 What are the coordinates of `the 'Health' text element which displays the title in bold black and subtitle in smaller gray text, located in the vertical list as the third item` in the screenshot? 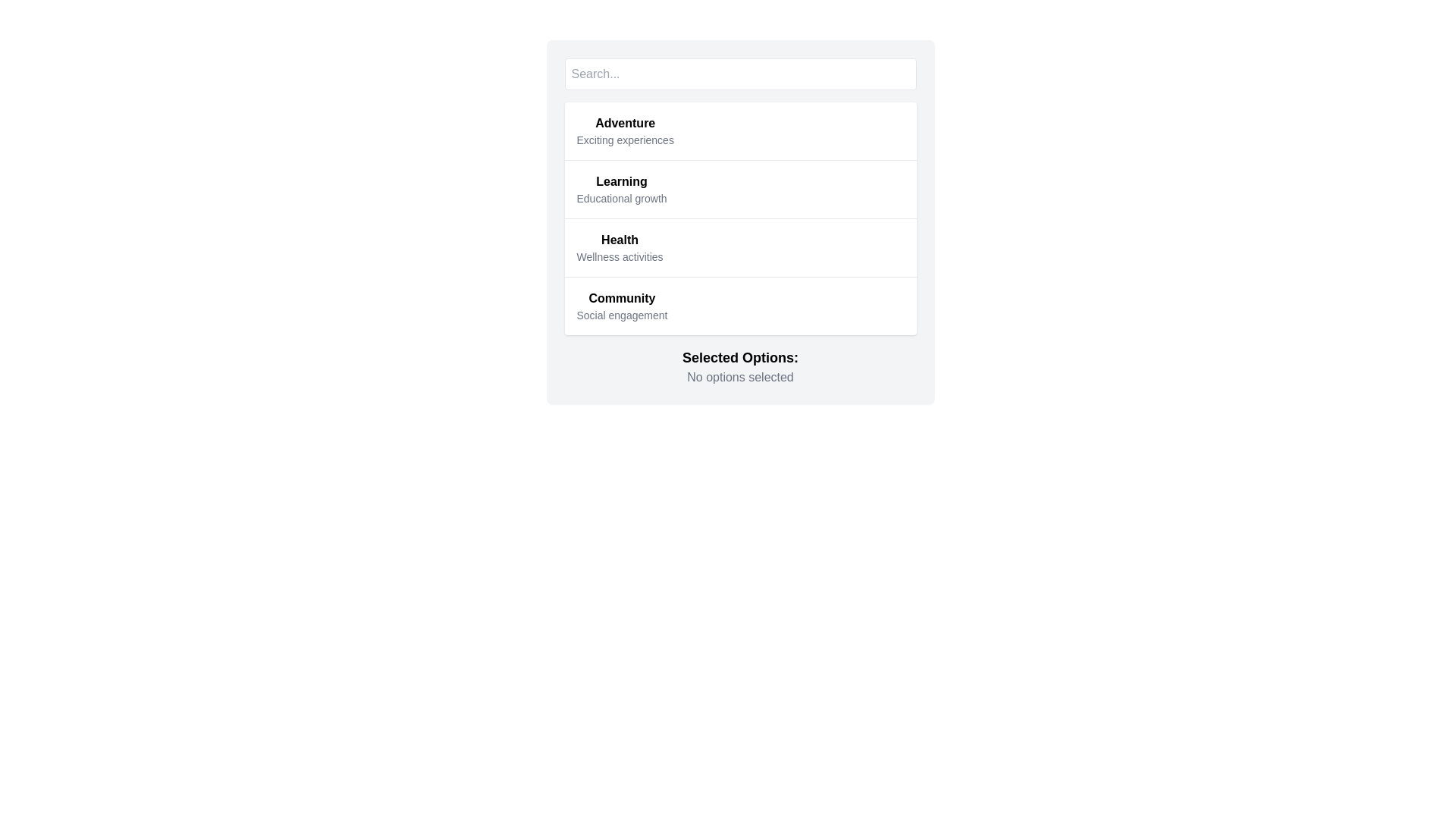 It's located at (620, 247).